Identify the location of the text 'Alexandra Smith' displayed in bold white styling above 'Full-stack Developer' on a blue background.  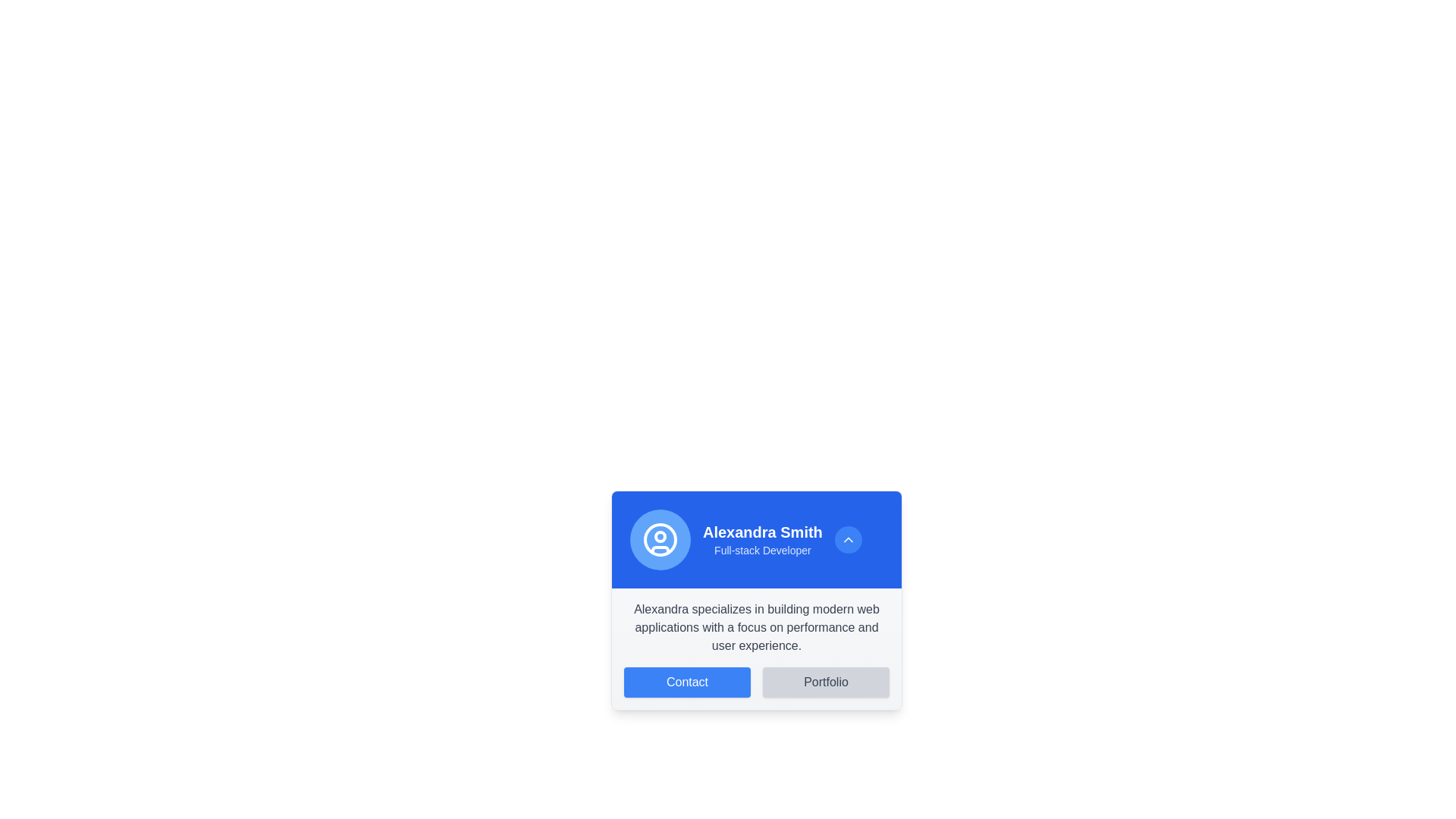
(762, 539).